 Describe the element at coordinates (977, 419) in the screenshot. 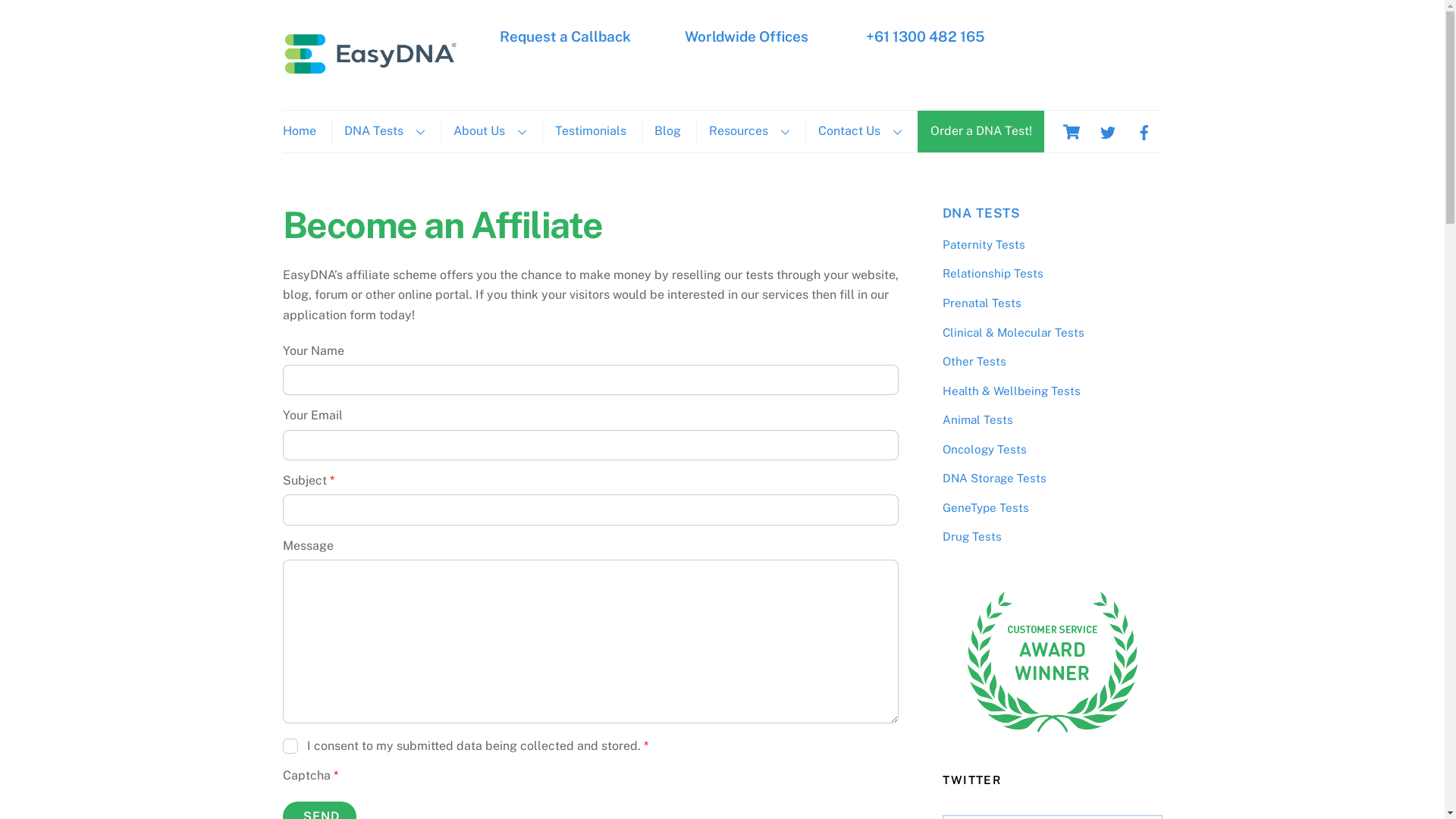

I see `'Animal Tests'` at that location.